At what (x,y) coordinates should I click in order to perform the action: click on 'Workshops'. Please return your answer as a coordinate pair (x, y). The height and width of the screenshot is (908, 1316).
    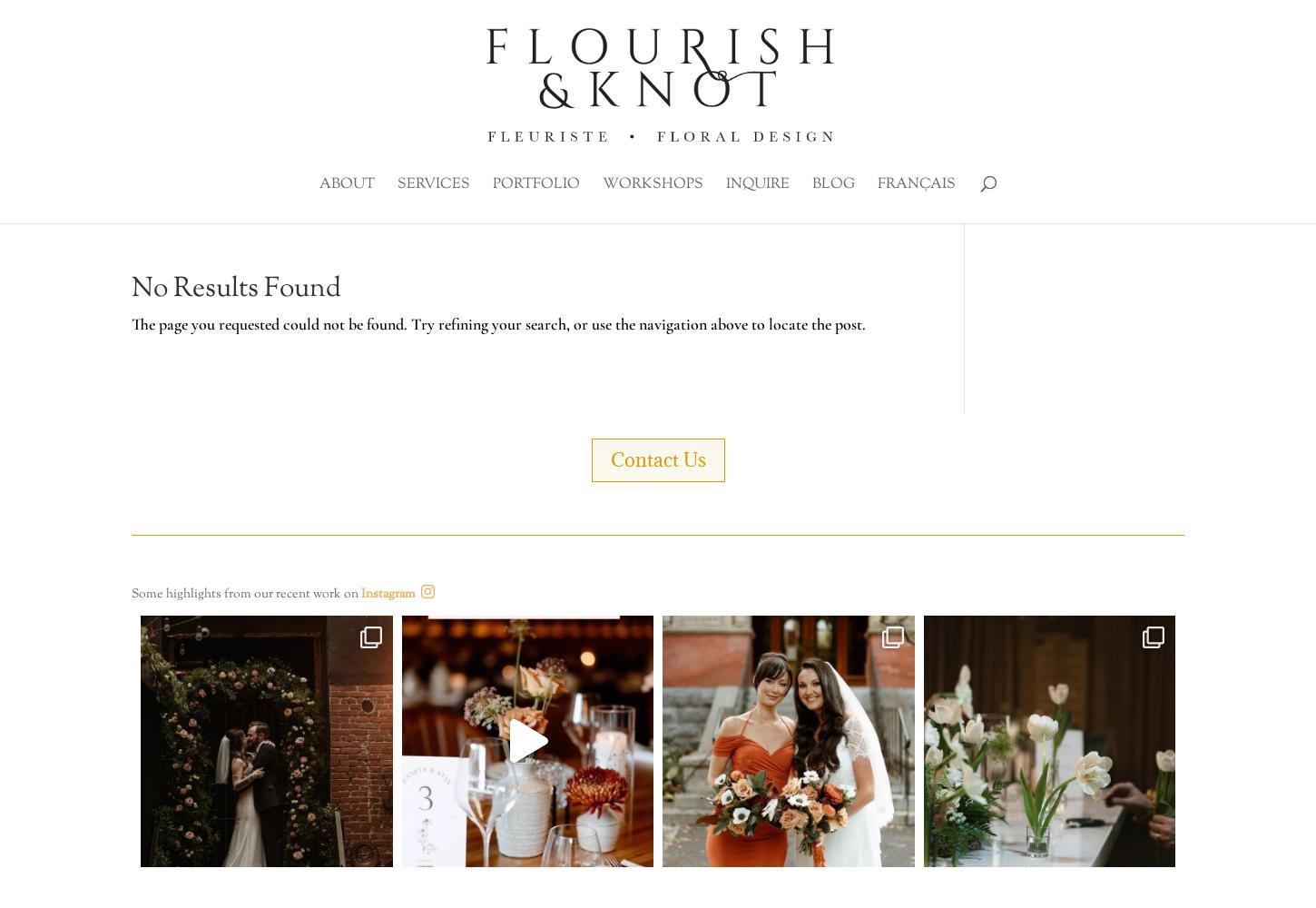
    Looking at the image, I should click on (652, 183).